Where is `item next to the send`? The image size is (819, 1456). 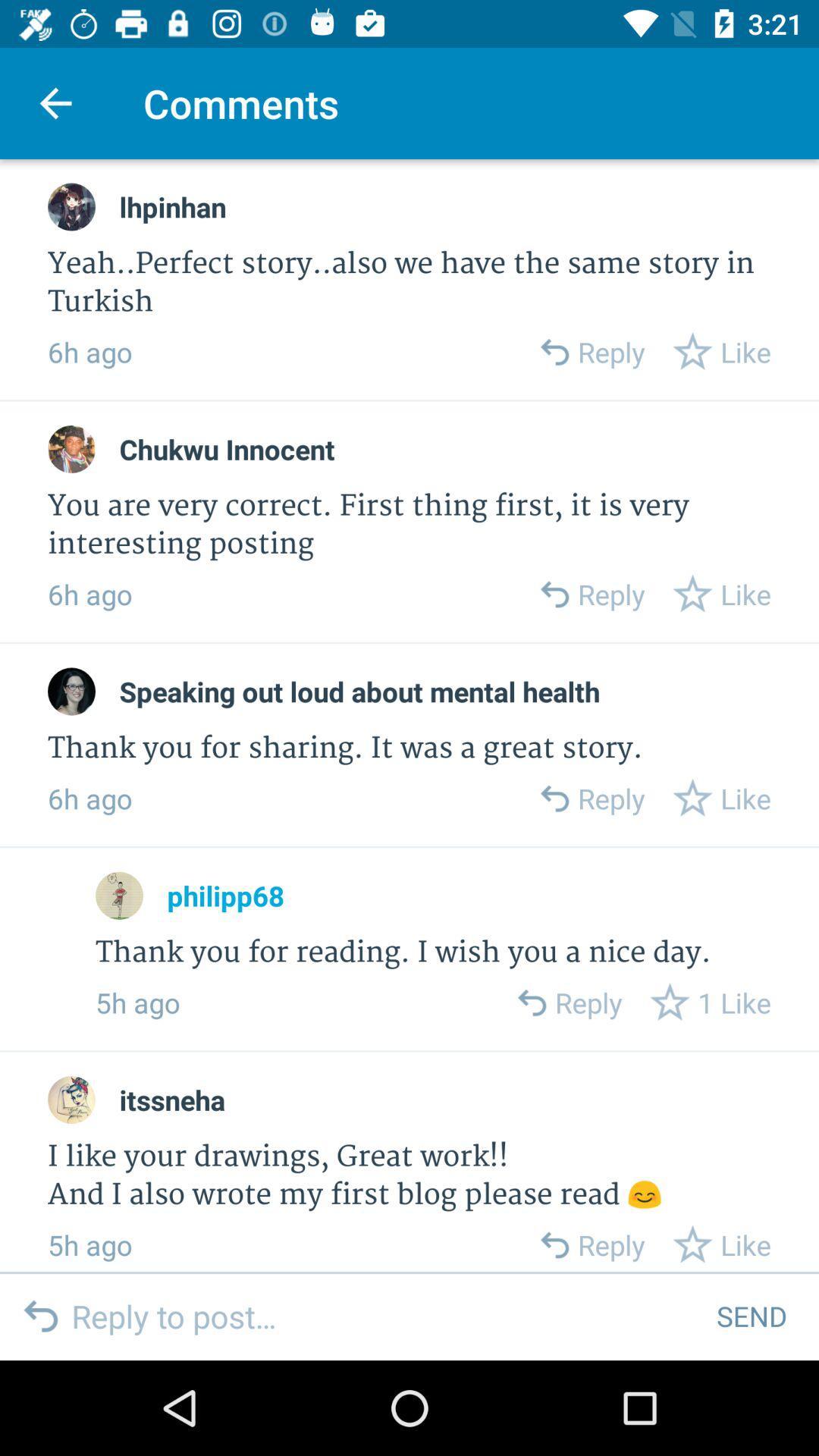 item next to the send is located at coordinates (381, 1315).